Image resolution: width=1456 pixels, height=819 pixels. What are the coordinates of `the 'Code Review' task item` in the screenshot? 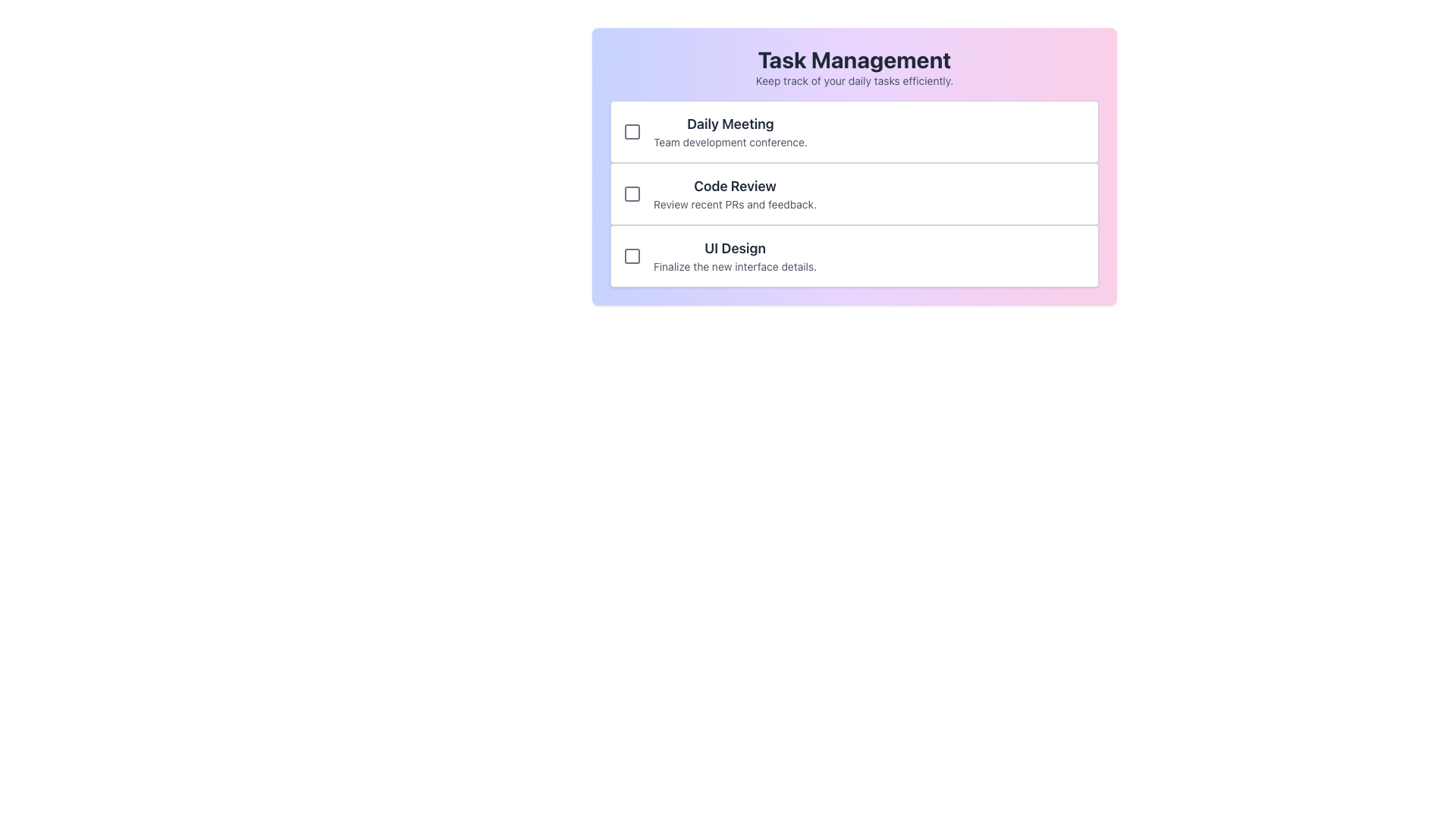 It's located at (855, 166).